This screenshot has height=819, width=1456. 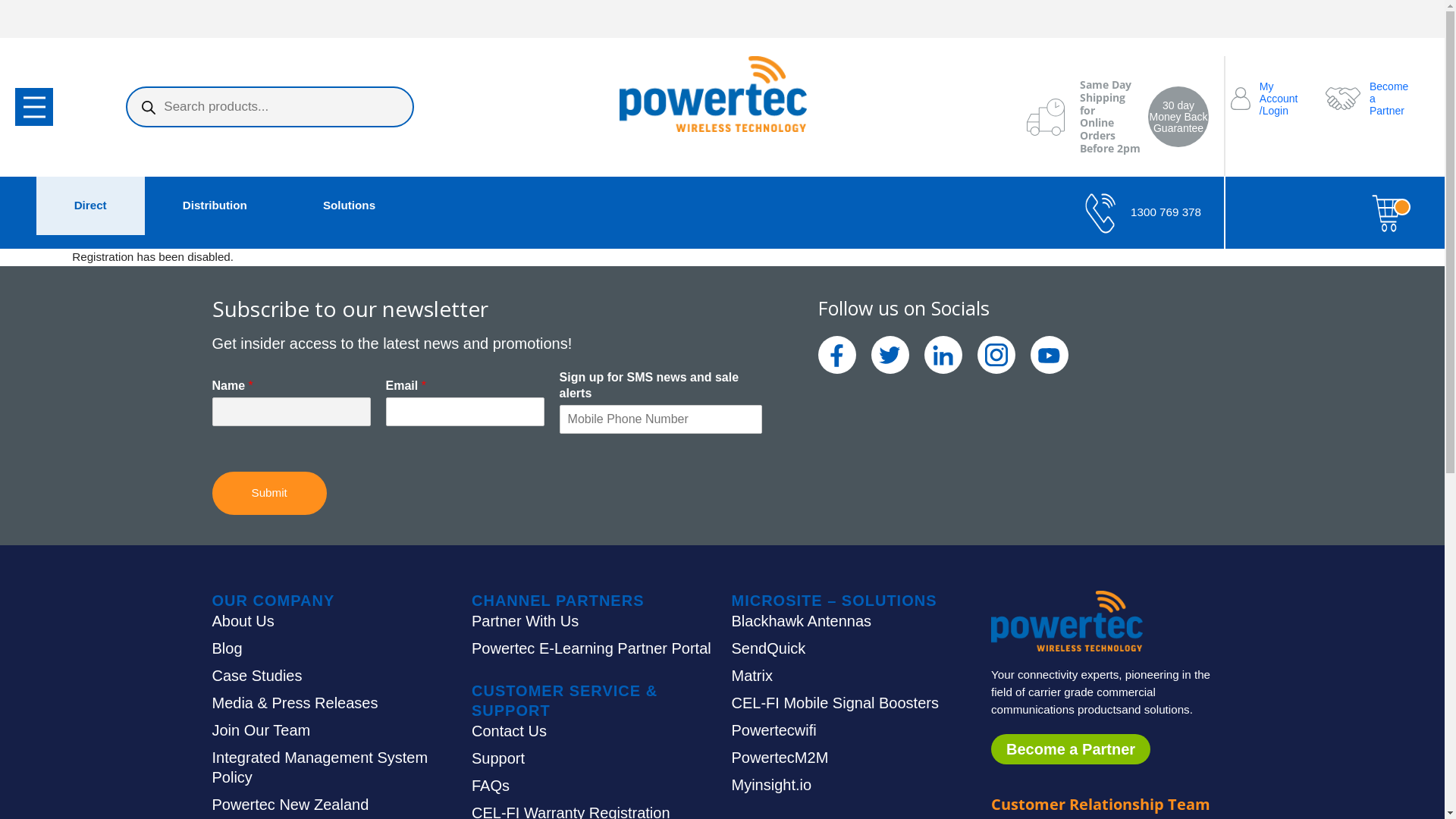 I want to click on 'PowertecM2M', so click(x=779, y=758).